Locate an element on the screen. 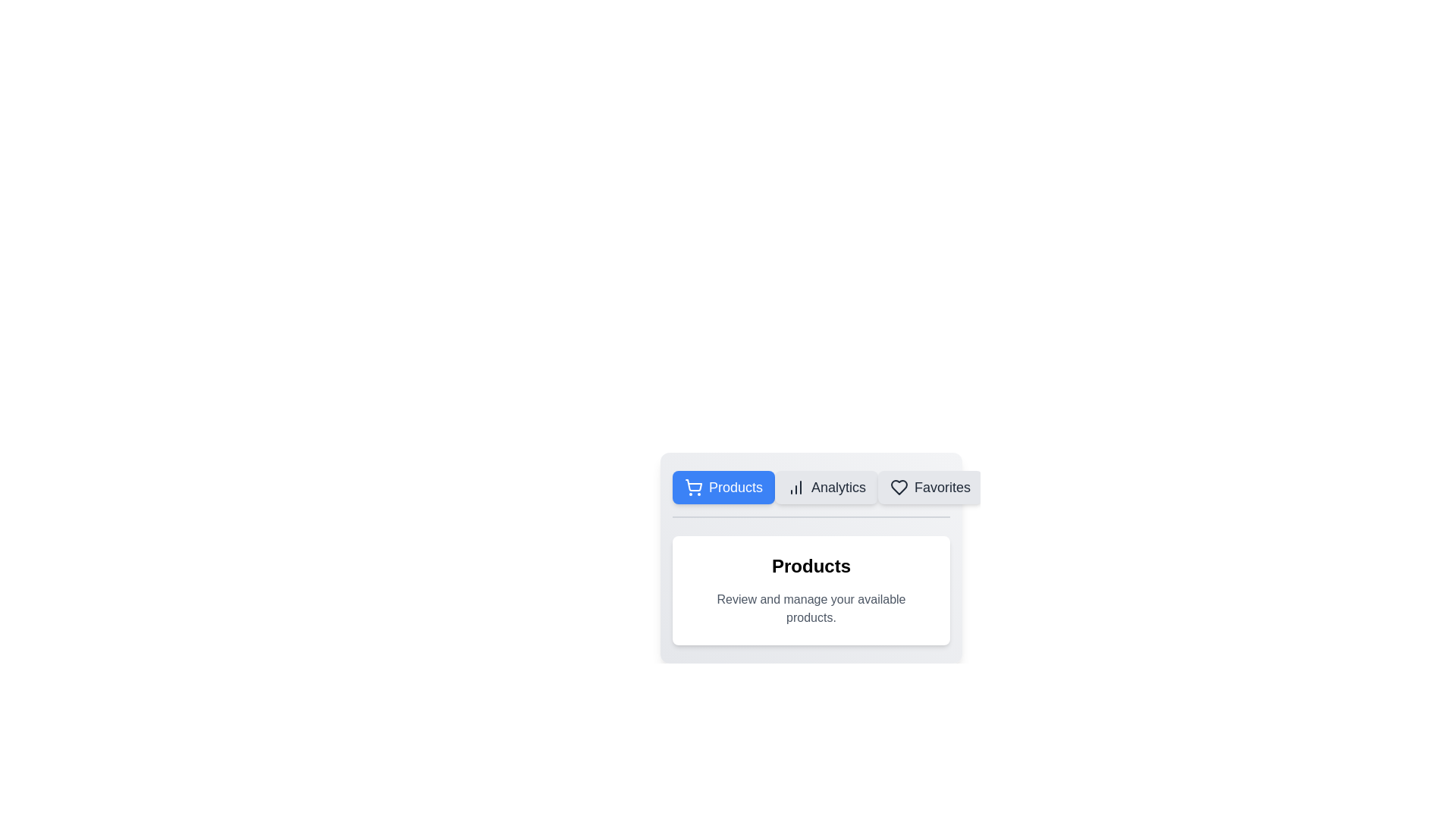  the 'Favorites' button, which is a rectangular button with rounded corners, light gray background, and dark gray text, located at the far right of a row of buttons is located at coordinates (930, 488).